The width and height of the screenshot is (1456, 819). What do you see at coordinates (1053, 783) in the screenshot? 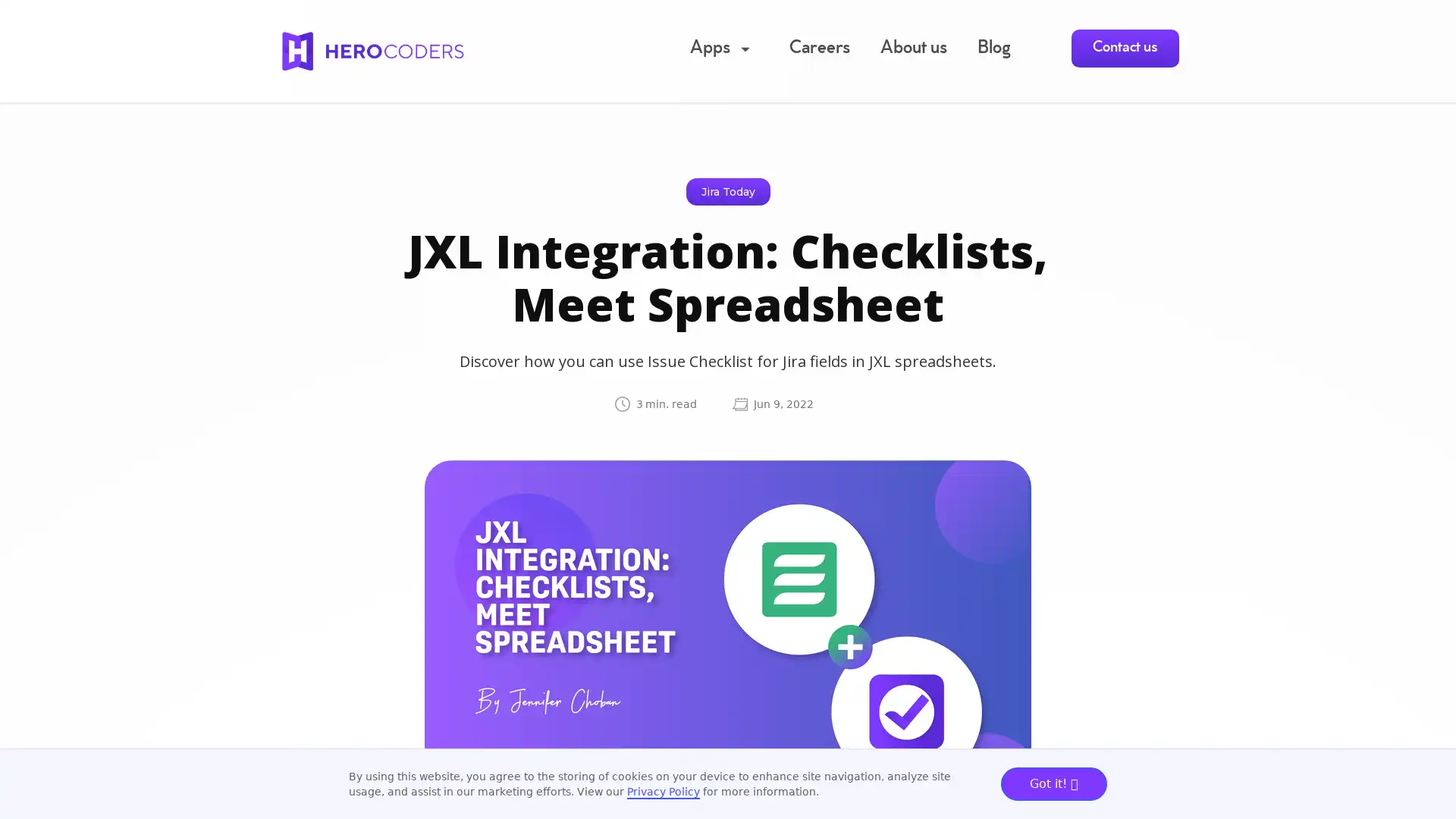
I see `Got it!` at bounding box center [1053, 783].